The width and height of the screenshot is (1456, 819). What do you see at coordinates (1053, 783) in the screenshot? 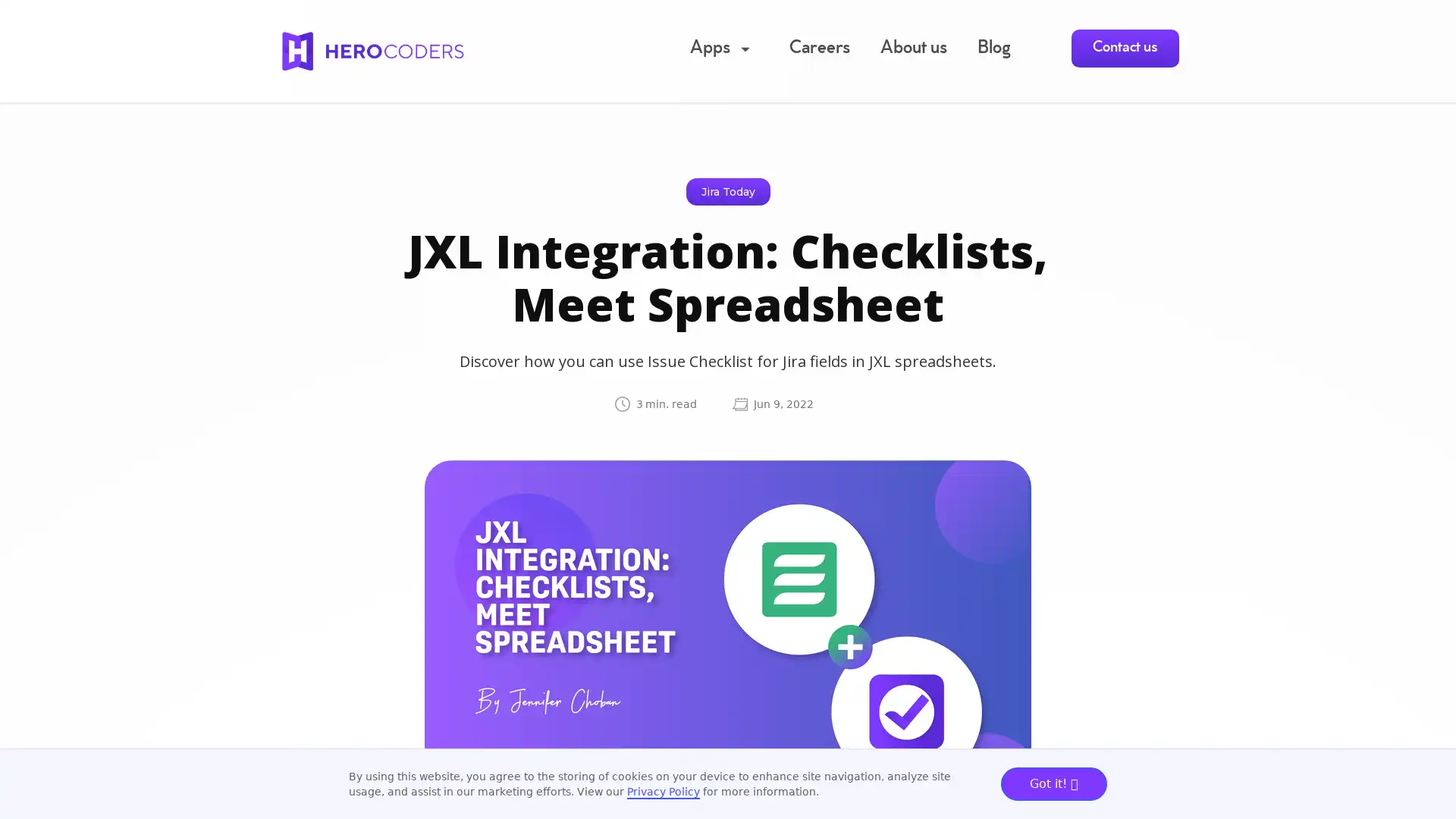
I see `Got it!` at bounding box center [1053, 783].